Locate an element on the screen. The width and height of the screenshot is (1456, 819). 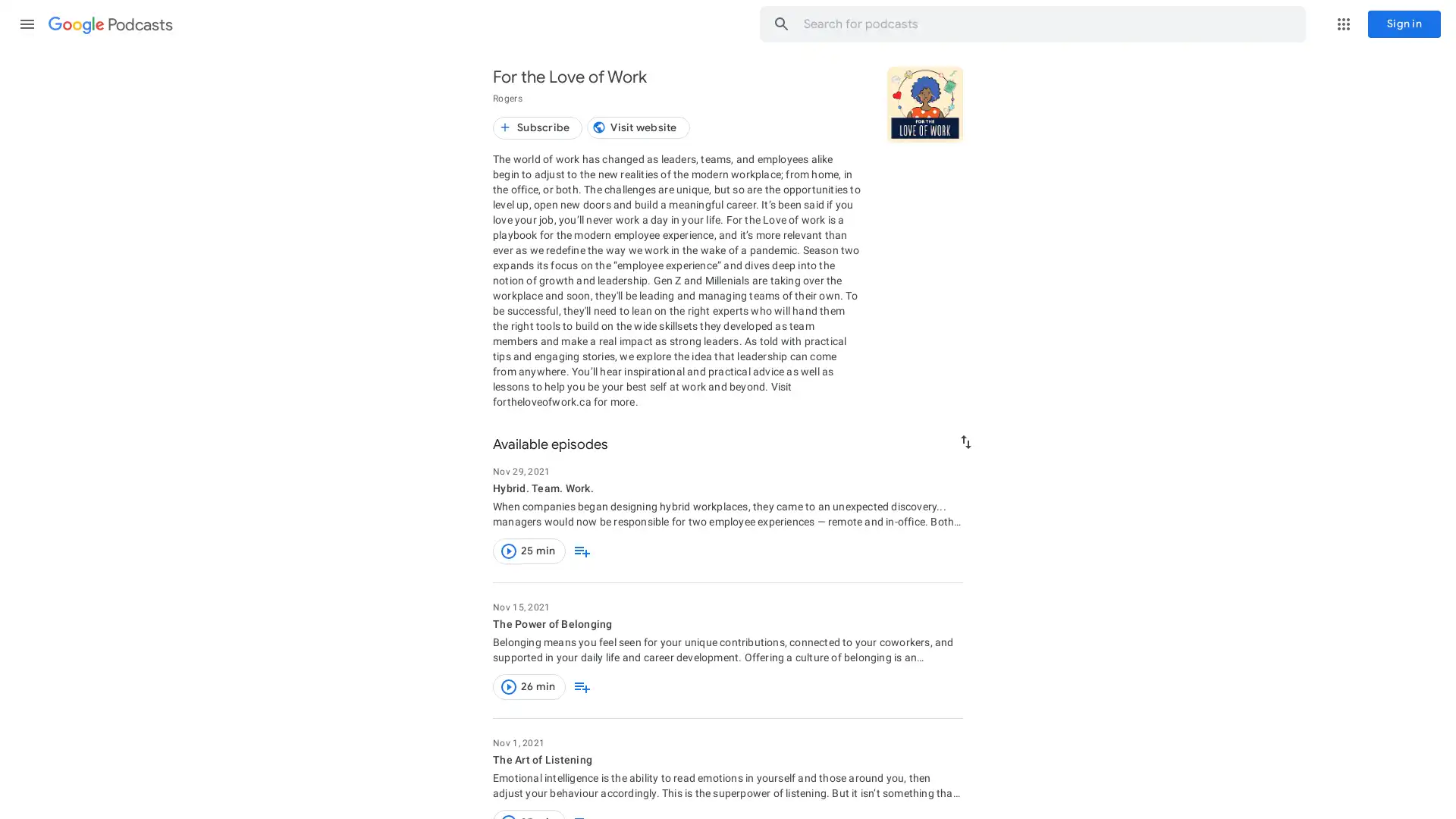
Add to queue is located at coordinates (581, 687).